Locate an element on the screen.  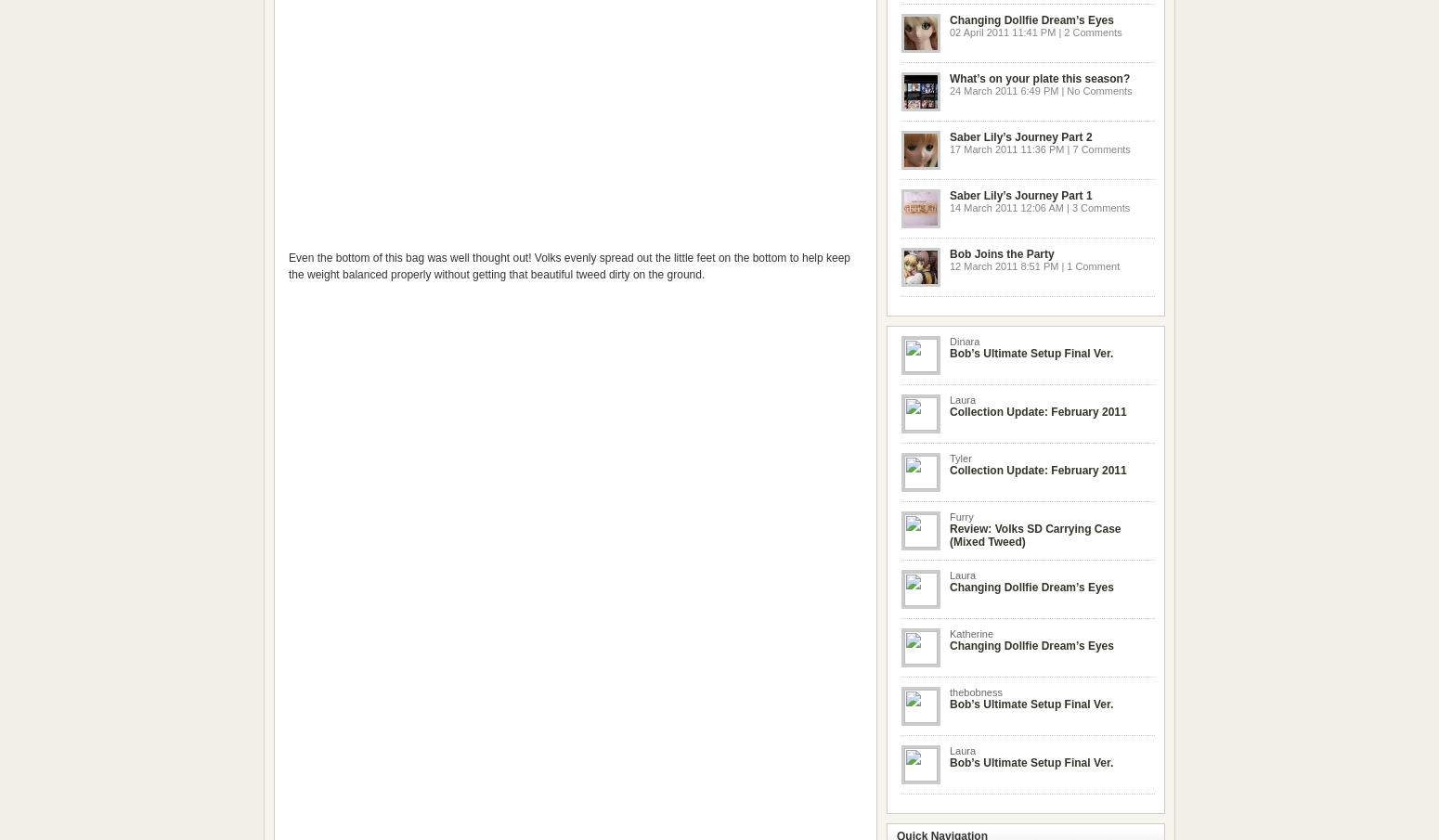
'Katherine' is located at coordinates (971, 634).